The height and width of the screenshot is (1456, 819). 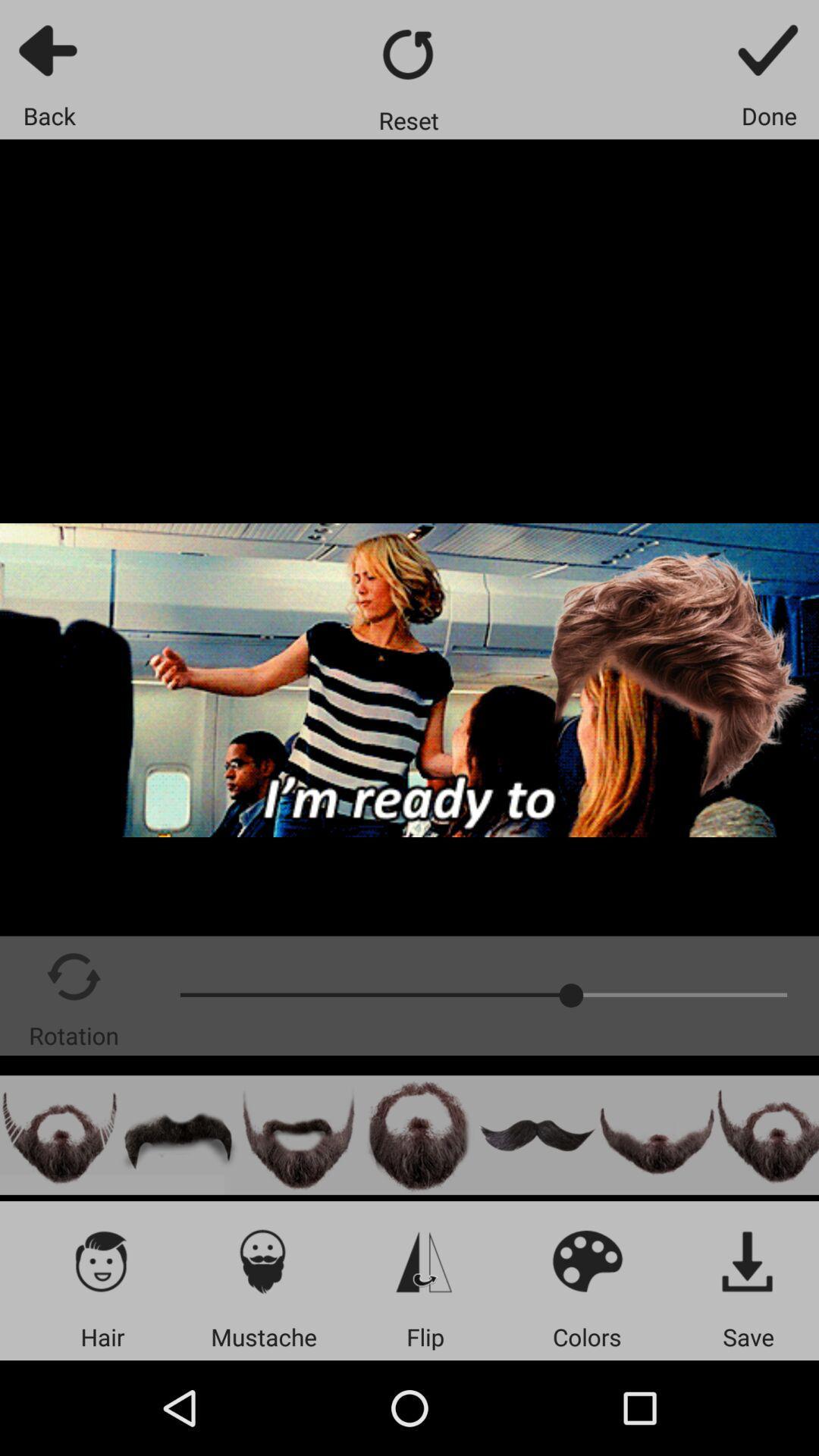 What do you see at coordinates (49, 49) in the screenshot?
I see `go back` at bounding box center [49, 49].